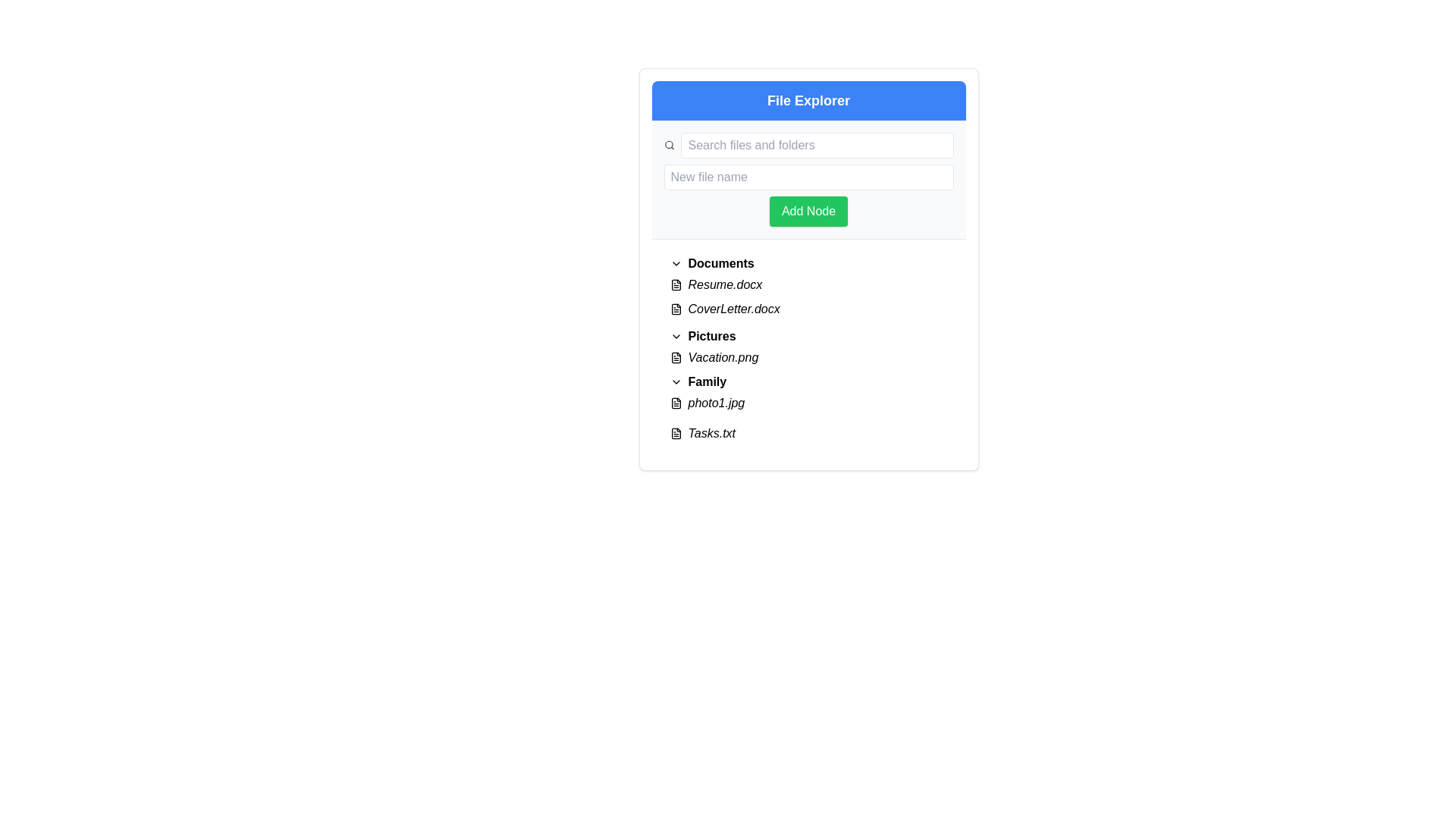 The width and height of the screenshot is (1456, 819). Describe the element at coordinates (808, 348) in the screenshot. I see `an item in the list within the file explorer interface, which is styled with a white background and shadow, located in the central lower half of the interface` at that location.